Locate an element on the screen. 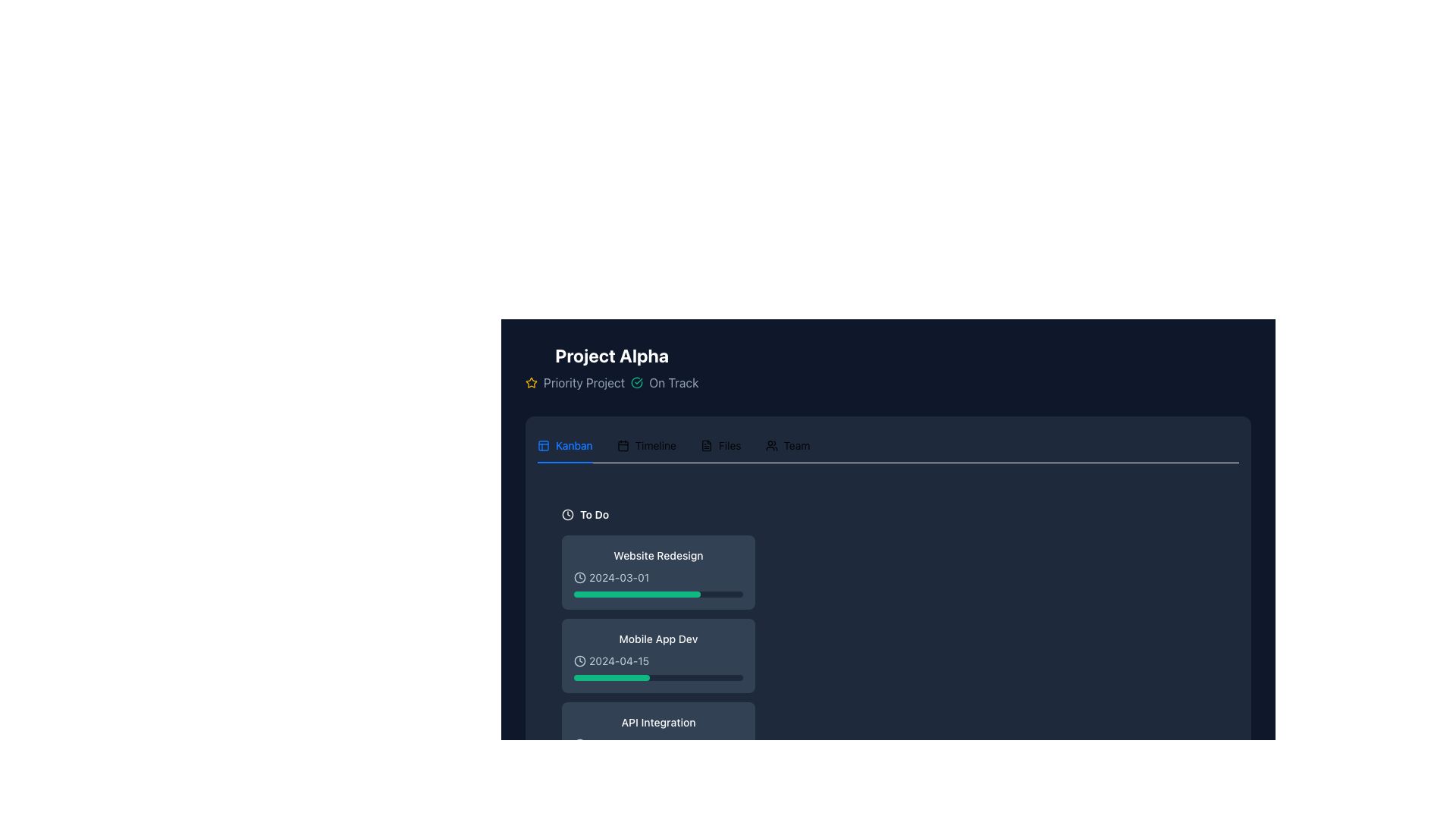 The image size is (1456, 819). the 'Website Redesign' text label in the Kanban board is located at coordinates (658, 555).